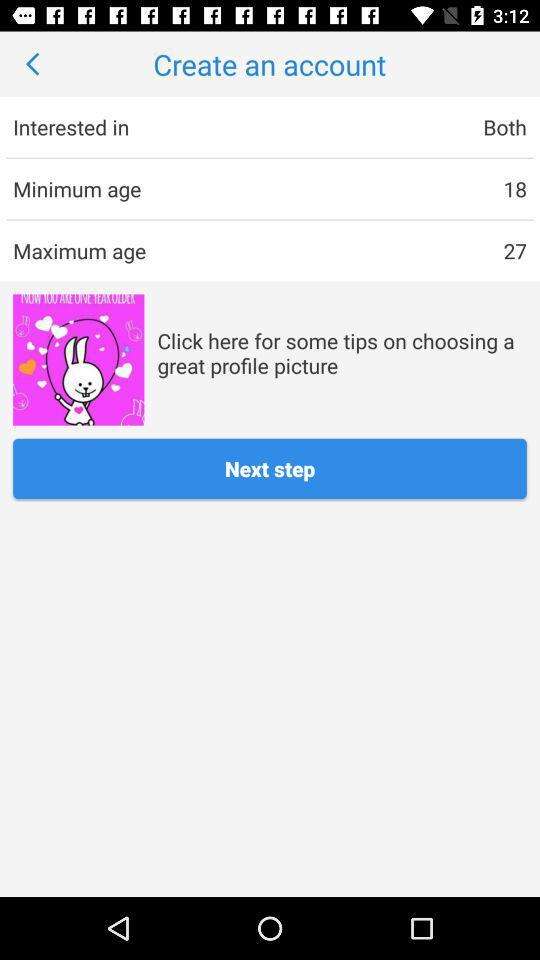 The height and width of the screenshot is (960, 540). Describe the element at coordinates (77, 360) in the screenshot. I see `the app next to the click here for item` at that location.